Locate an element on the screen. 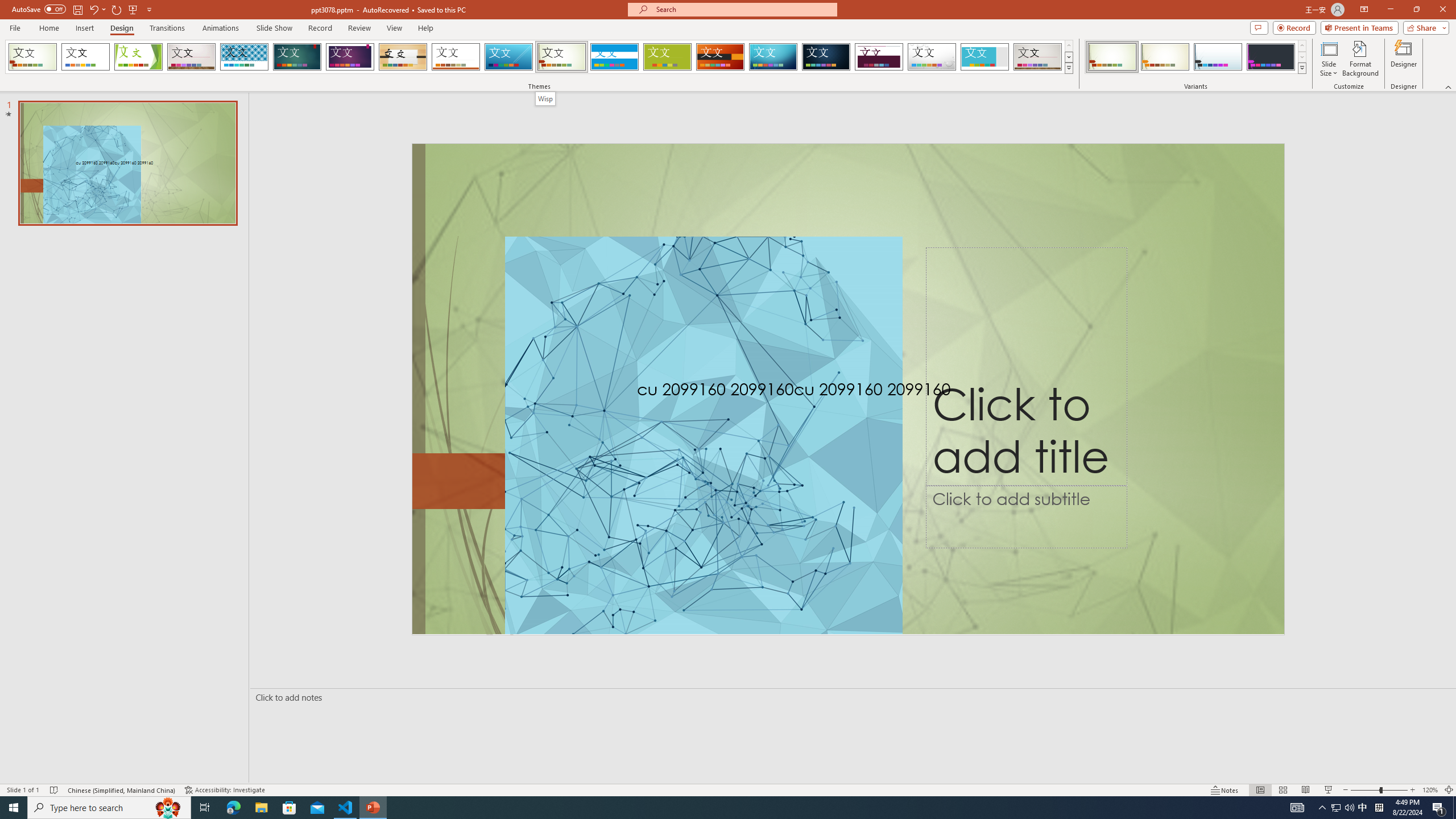  'Ion Loading Preview...' is located at coordinates (296, 56).